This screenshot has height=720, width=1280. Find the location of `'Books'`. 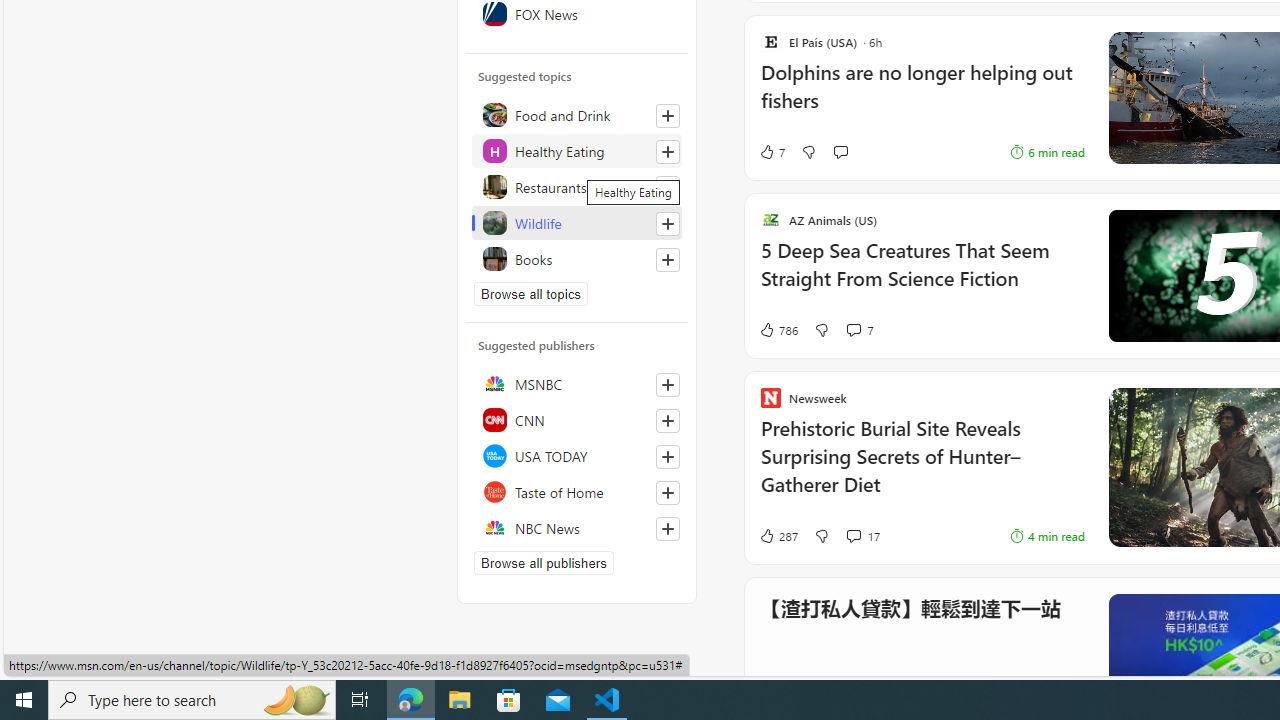

'Books' is located at coordinates (576, 257).